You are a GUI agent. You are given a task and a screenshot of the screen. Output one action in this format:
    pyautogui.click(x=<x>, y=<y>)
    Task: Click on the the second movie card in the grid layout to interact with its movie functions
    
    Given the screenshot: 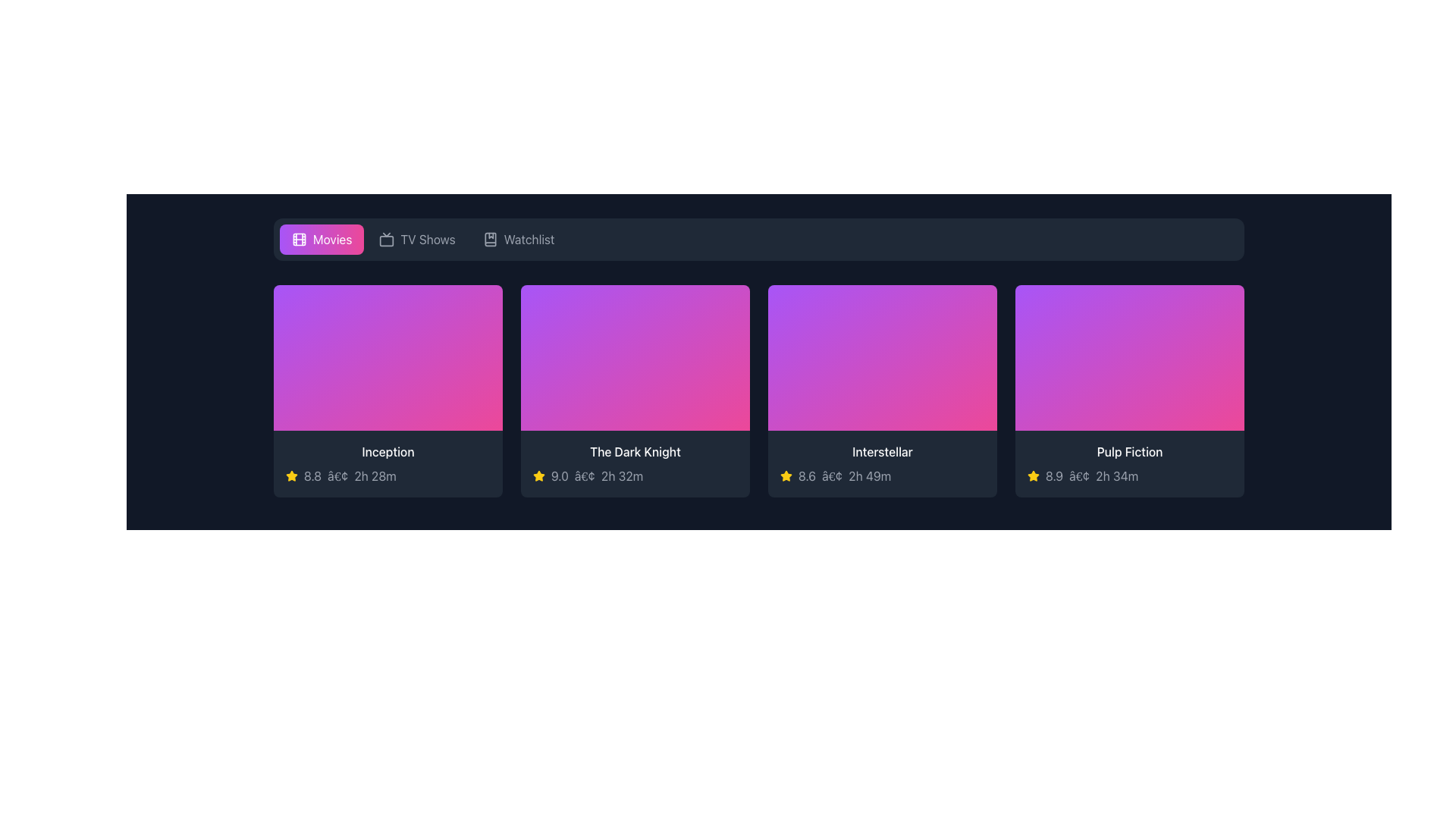 What is the action you would take?
    pyautogui.click(x=635, y=391)
    